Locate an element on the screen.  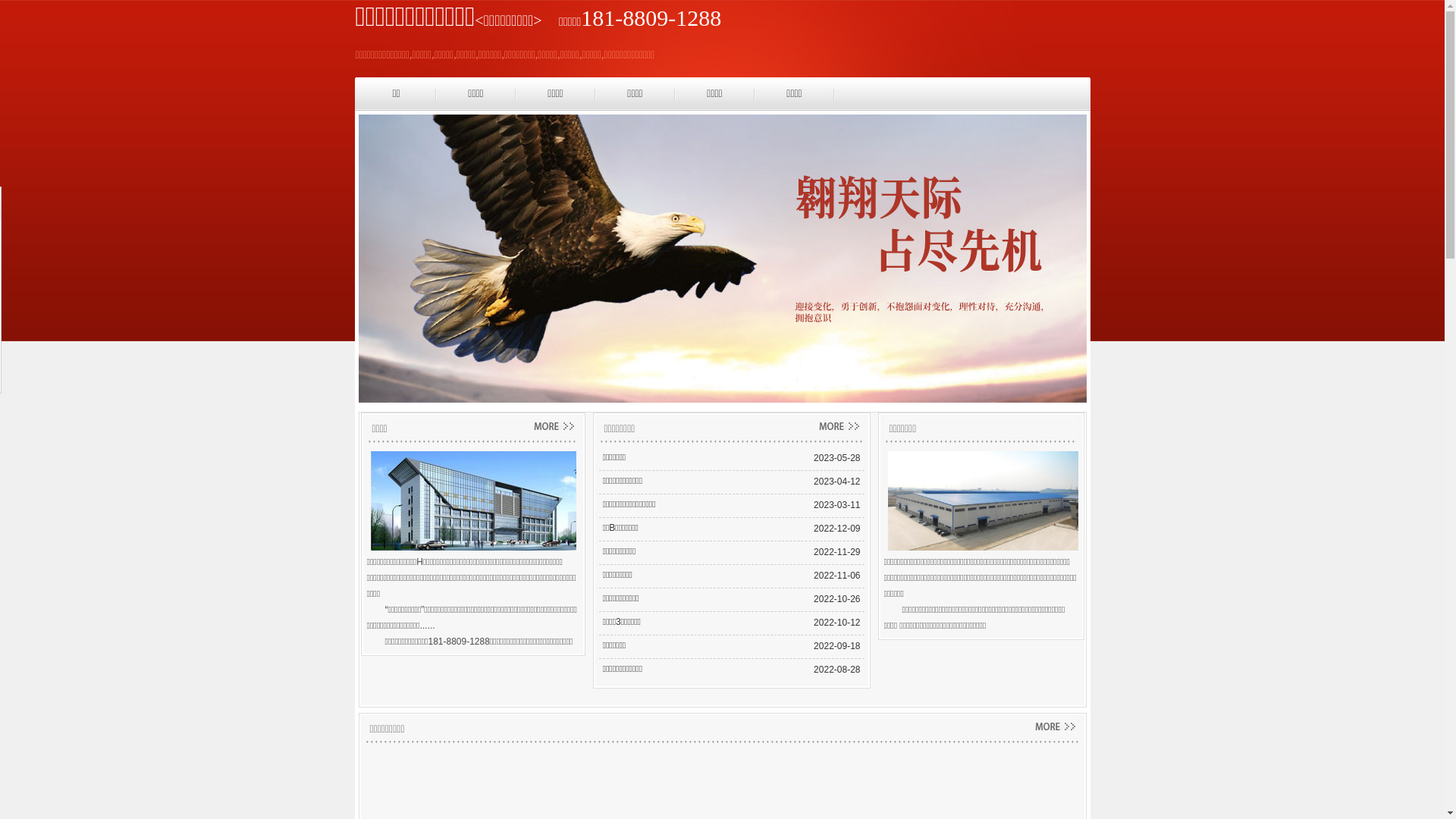
'2022-10-12' is located at coordinates (836, 623).